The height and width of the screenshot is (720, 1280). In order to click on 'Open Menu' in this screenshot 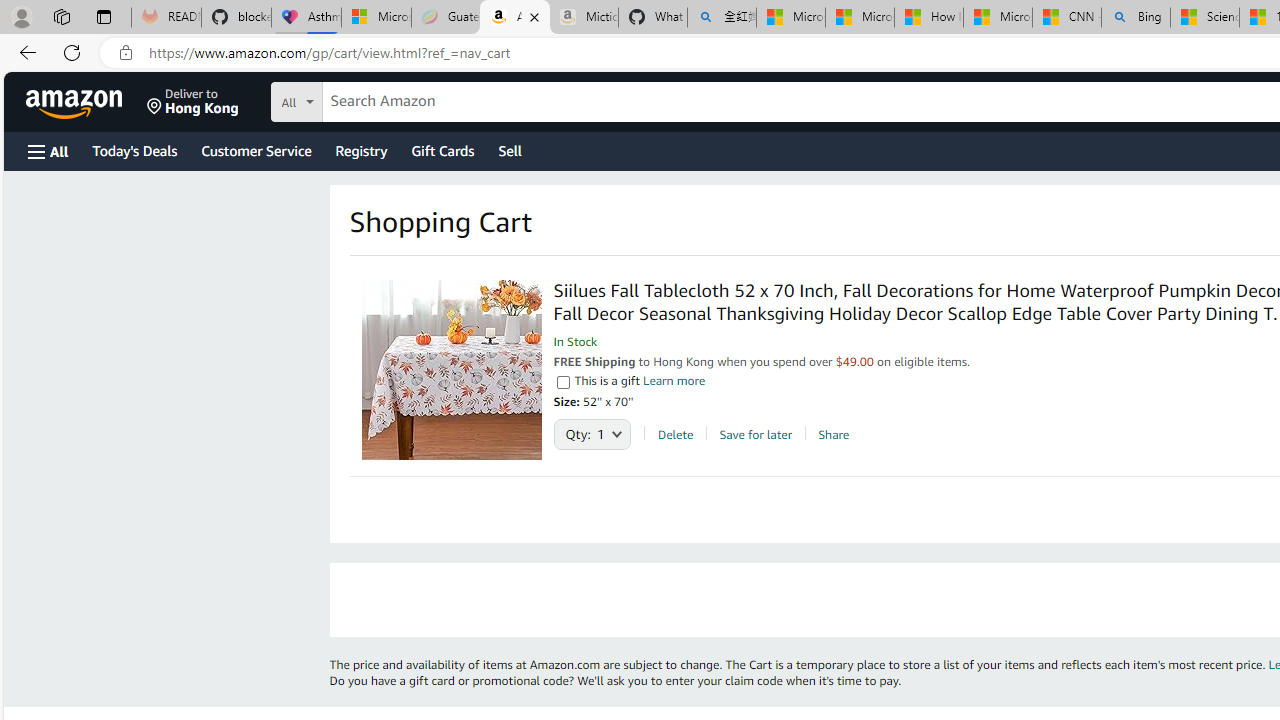, I will do `click(48, 150)`.